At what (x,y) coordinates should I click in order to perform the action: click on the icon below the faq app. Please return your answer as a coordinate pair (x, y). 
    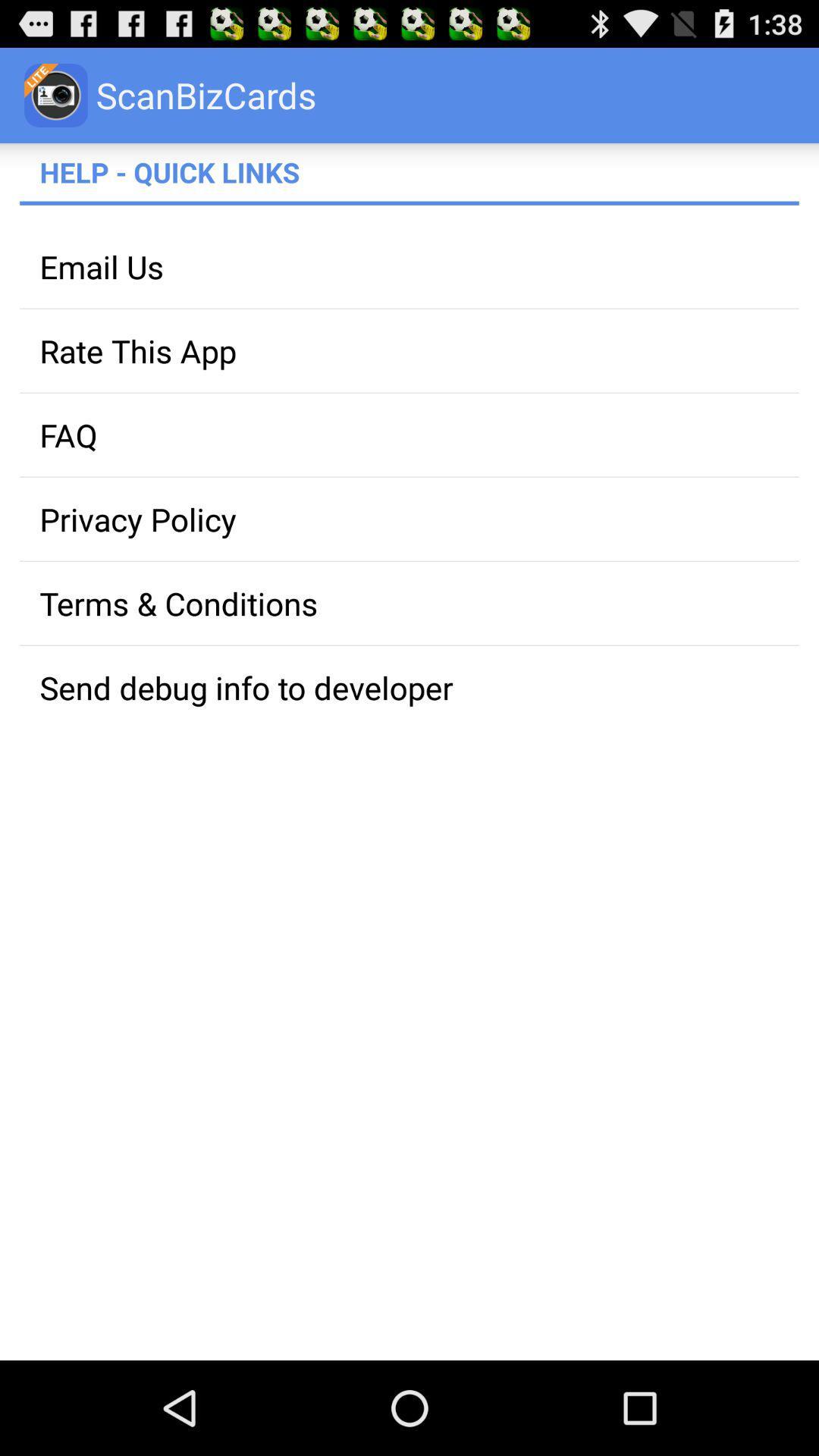
    Looking at the image, I should click on (409, 519).